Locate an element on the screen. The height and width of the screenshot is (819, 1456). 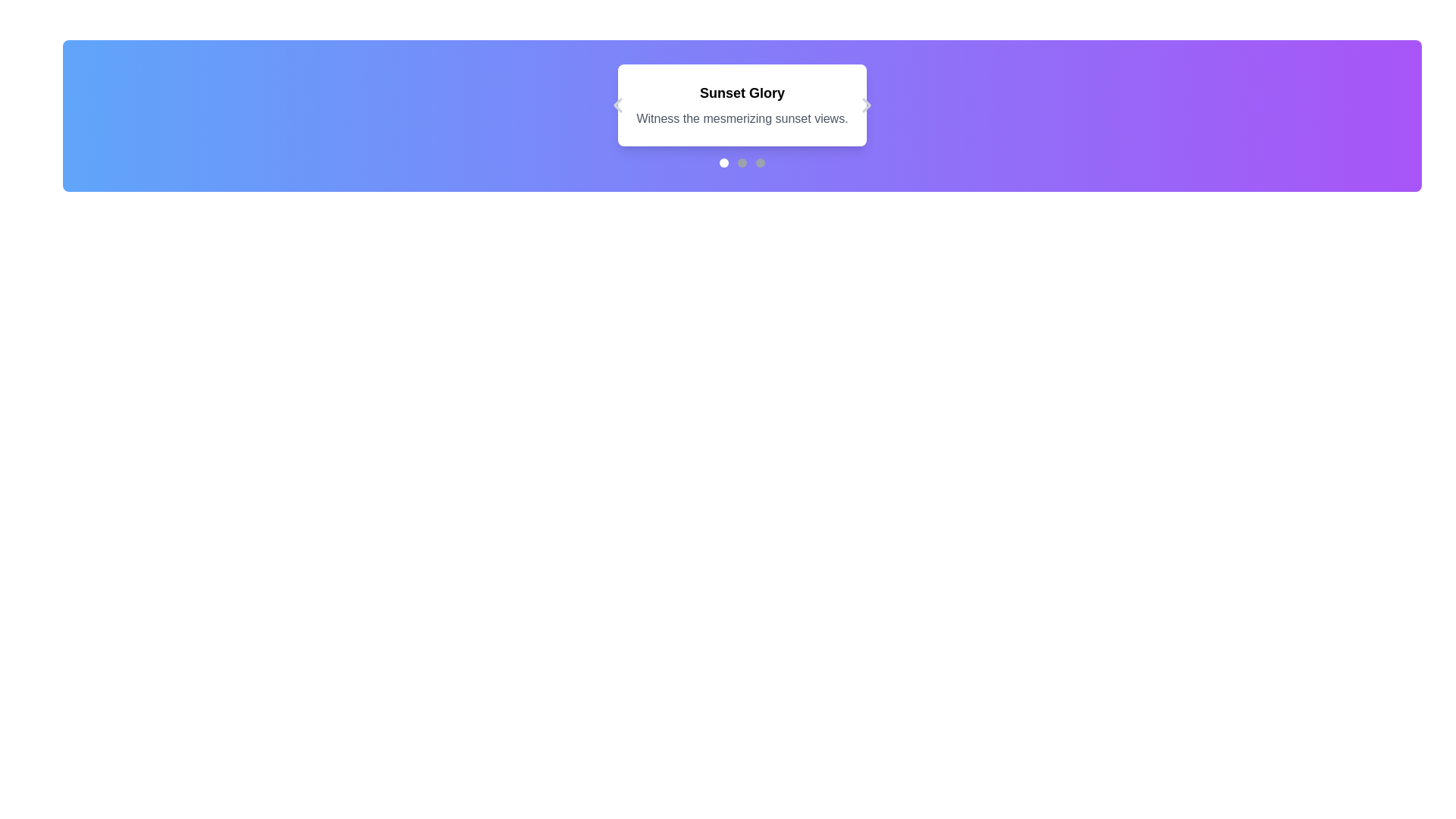
the third navigation indicator (carousel dot) located at the bottom-center of the main content area is located at coordinates (761, 163).